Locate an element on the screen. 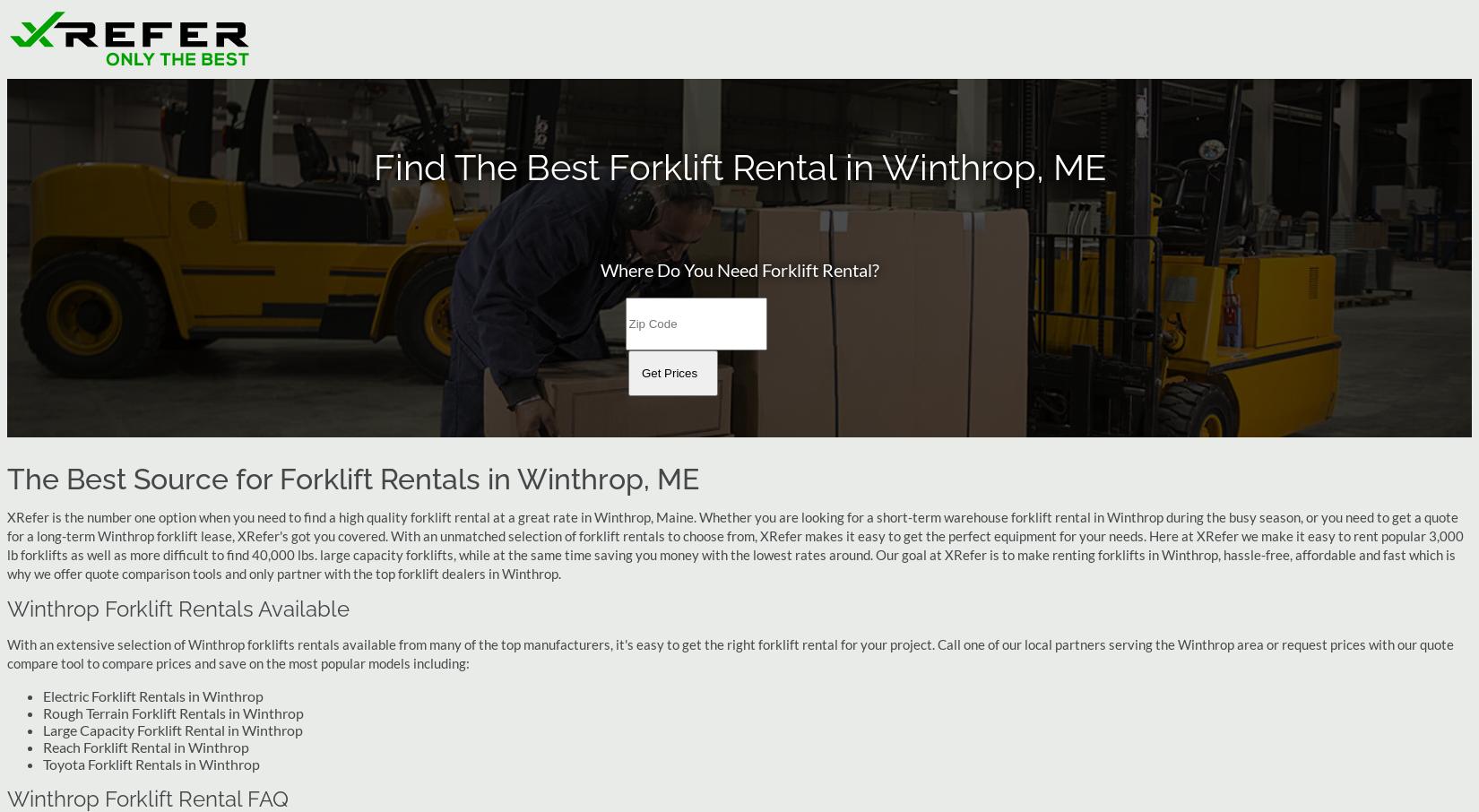  'Reach Forklift Rental in Winthrop' is located at coordinates (146, 746).